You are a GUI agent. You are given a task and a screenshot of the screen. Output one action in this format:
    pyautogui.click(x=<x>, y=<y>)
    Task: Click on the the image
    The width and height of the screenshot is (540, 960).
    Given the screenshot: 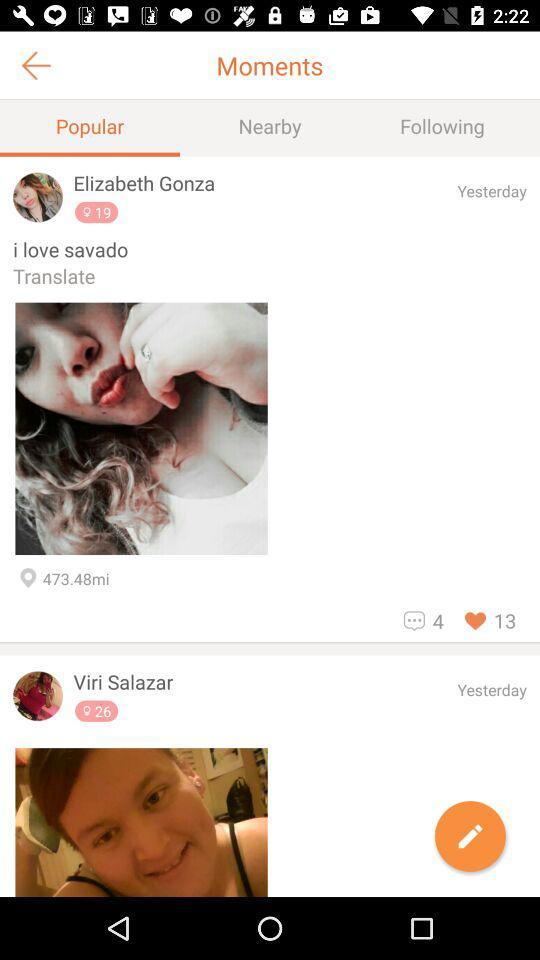 What is the action you would take?
    pyautogui.click(x=140, y=822)
    